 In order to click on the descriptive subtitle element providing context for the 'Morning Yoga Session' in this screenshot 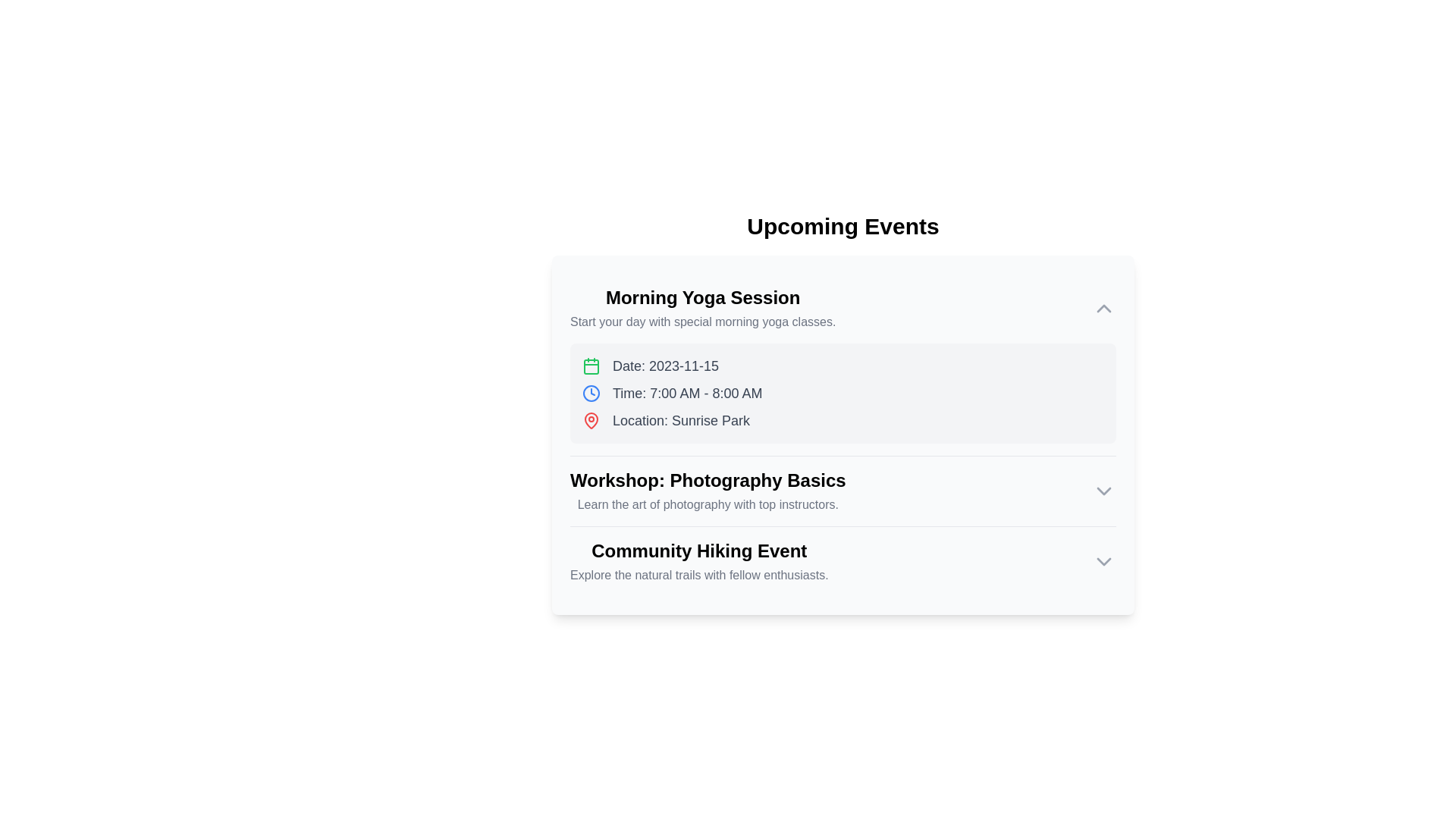, I will do `click(702, 321)`.